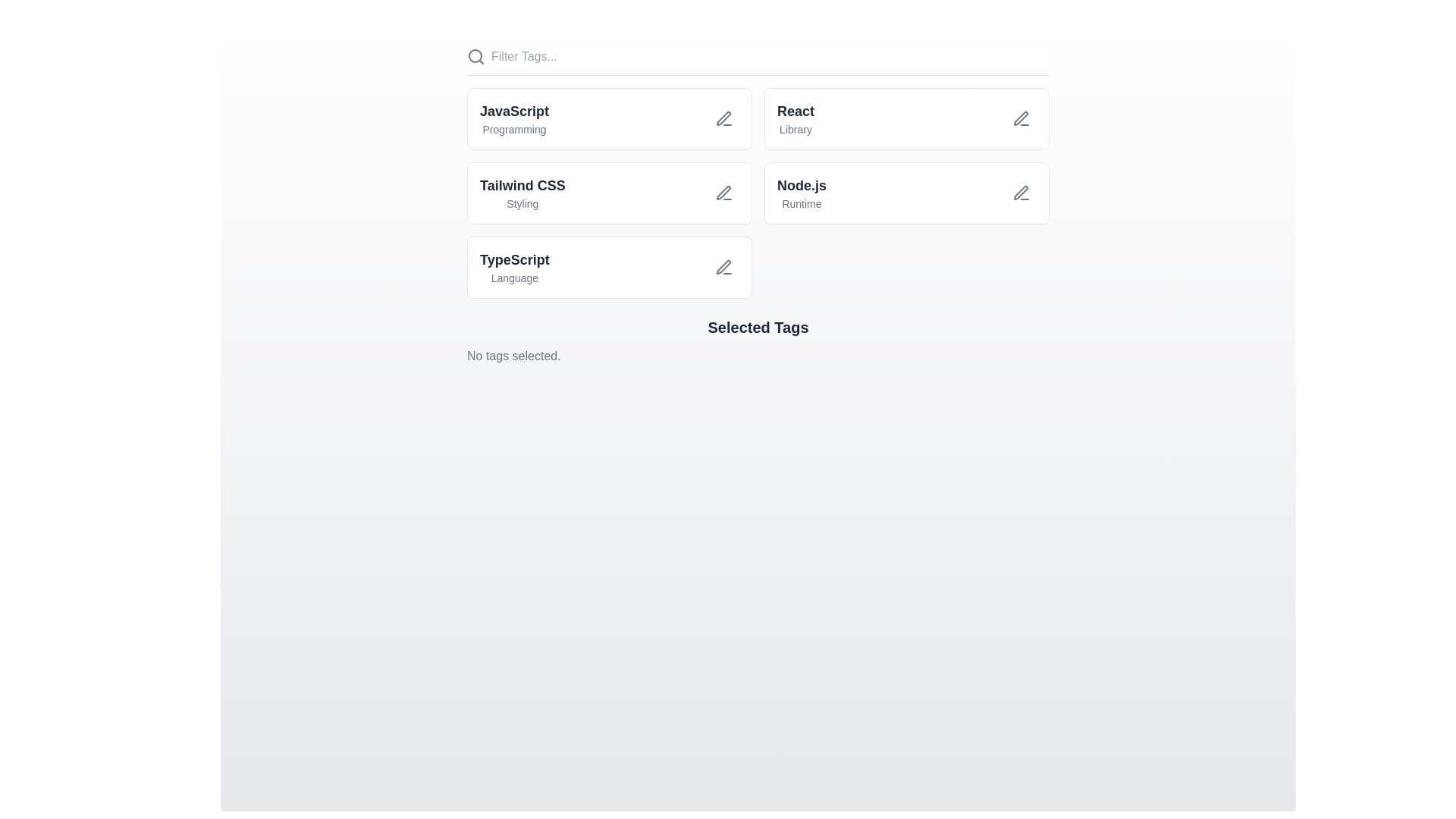  What do you see at coordinates (795, 110) in the screenshot?
I see `the static text label that serves as a title for the 'React' card, located above the 'Library' label in the top-right card of the grid layout for accessibility navigation` at bounding box center [795, 110].